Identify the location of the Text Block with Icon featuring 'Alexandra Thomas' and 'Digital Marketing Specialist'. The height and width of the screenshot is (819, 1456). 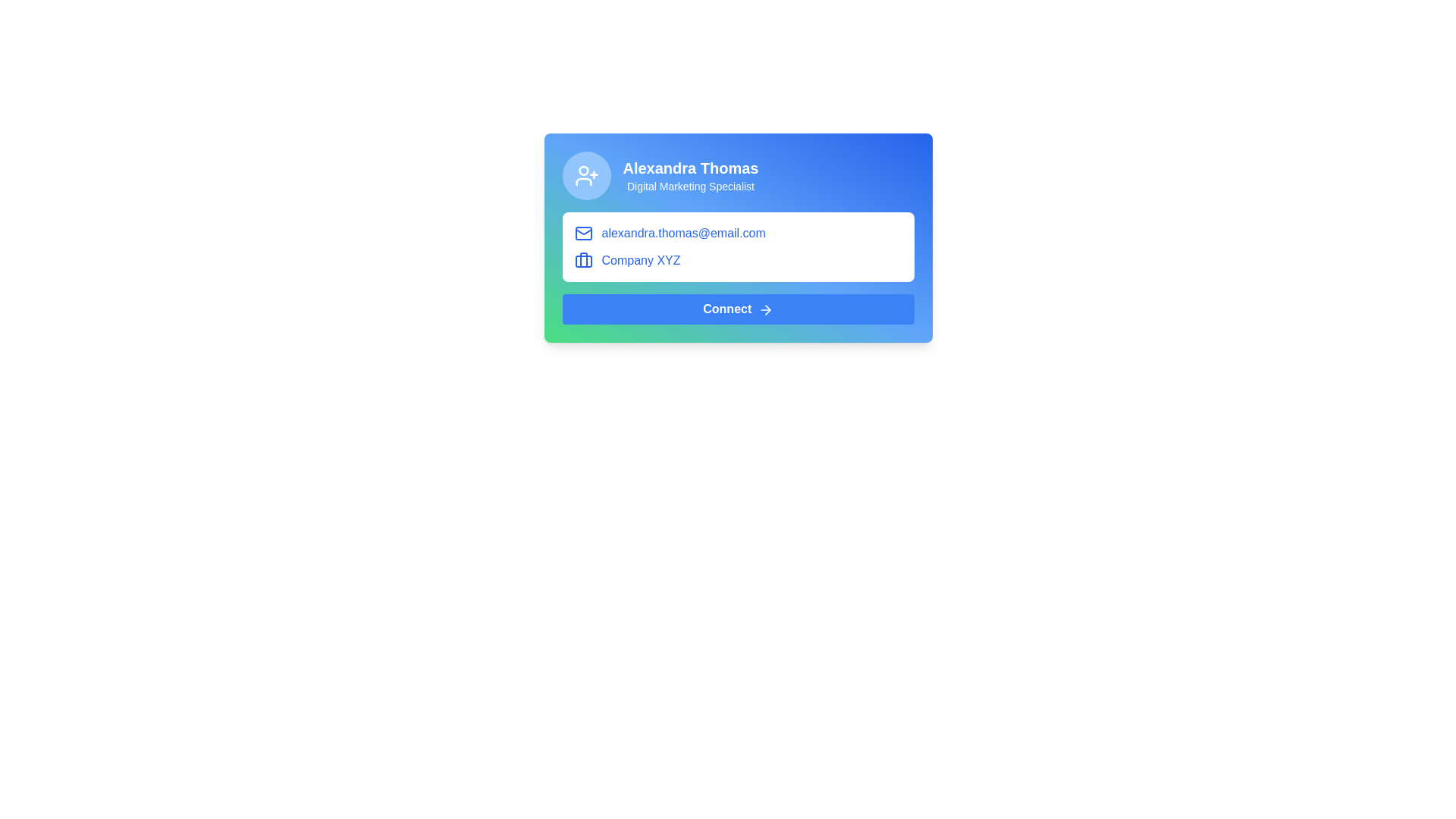
(738, 174).